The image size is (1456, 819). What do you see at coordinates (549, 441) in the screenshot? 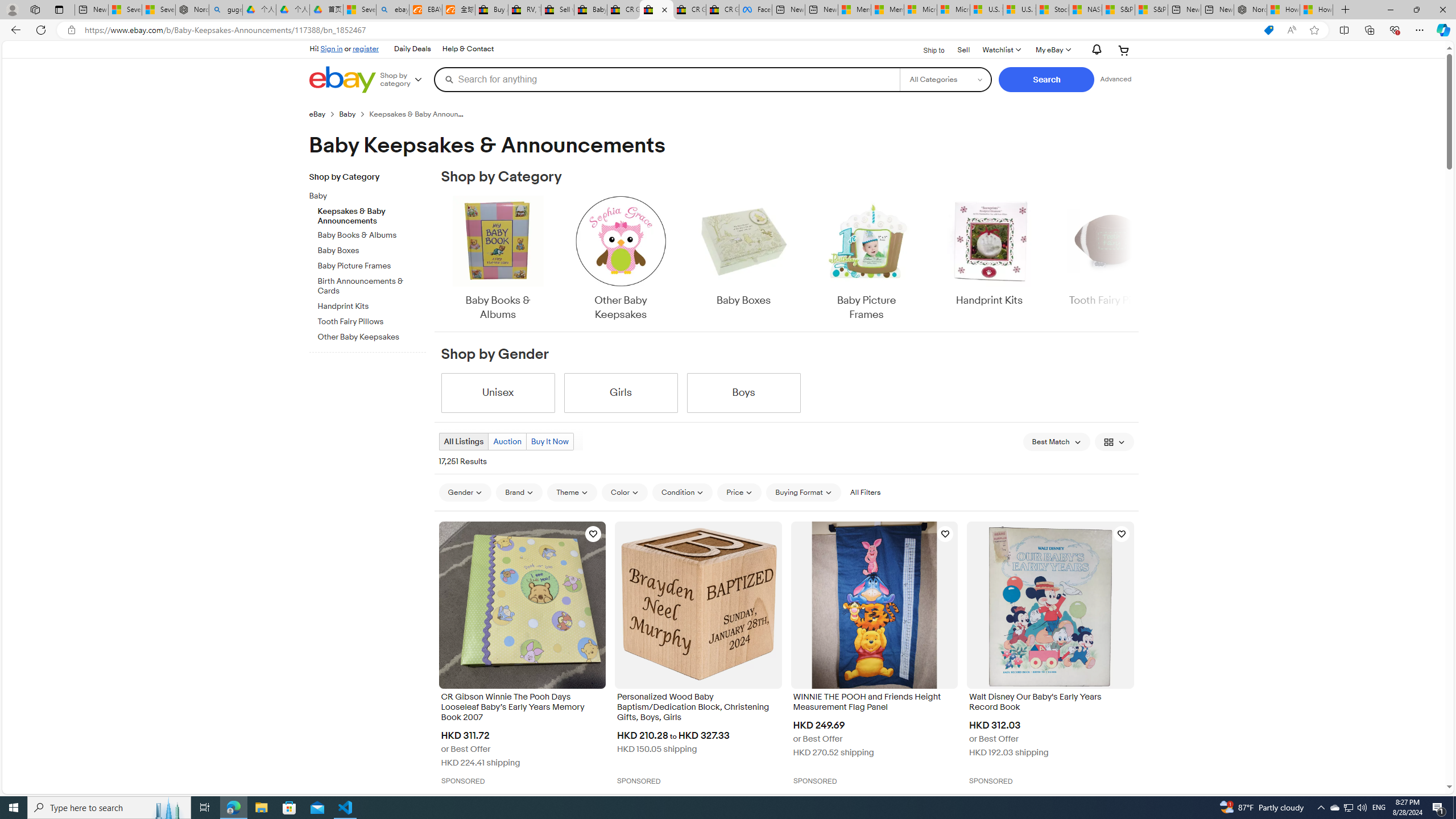
I see `'Buy It Now'` at bounding box center [549, 441].